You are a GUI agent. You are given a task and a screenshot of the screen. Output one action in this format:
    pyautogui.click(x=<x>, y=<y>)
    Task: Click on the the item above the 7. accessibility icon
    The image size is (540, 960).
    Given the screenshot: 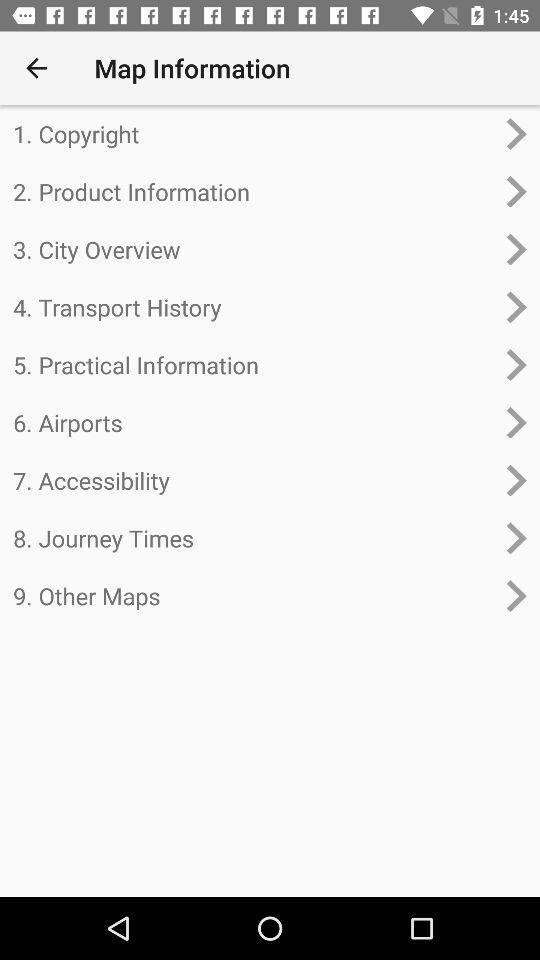 What is the action you would take?
    pyautogui.click(x=253, y=422)
    